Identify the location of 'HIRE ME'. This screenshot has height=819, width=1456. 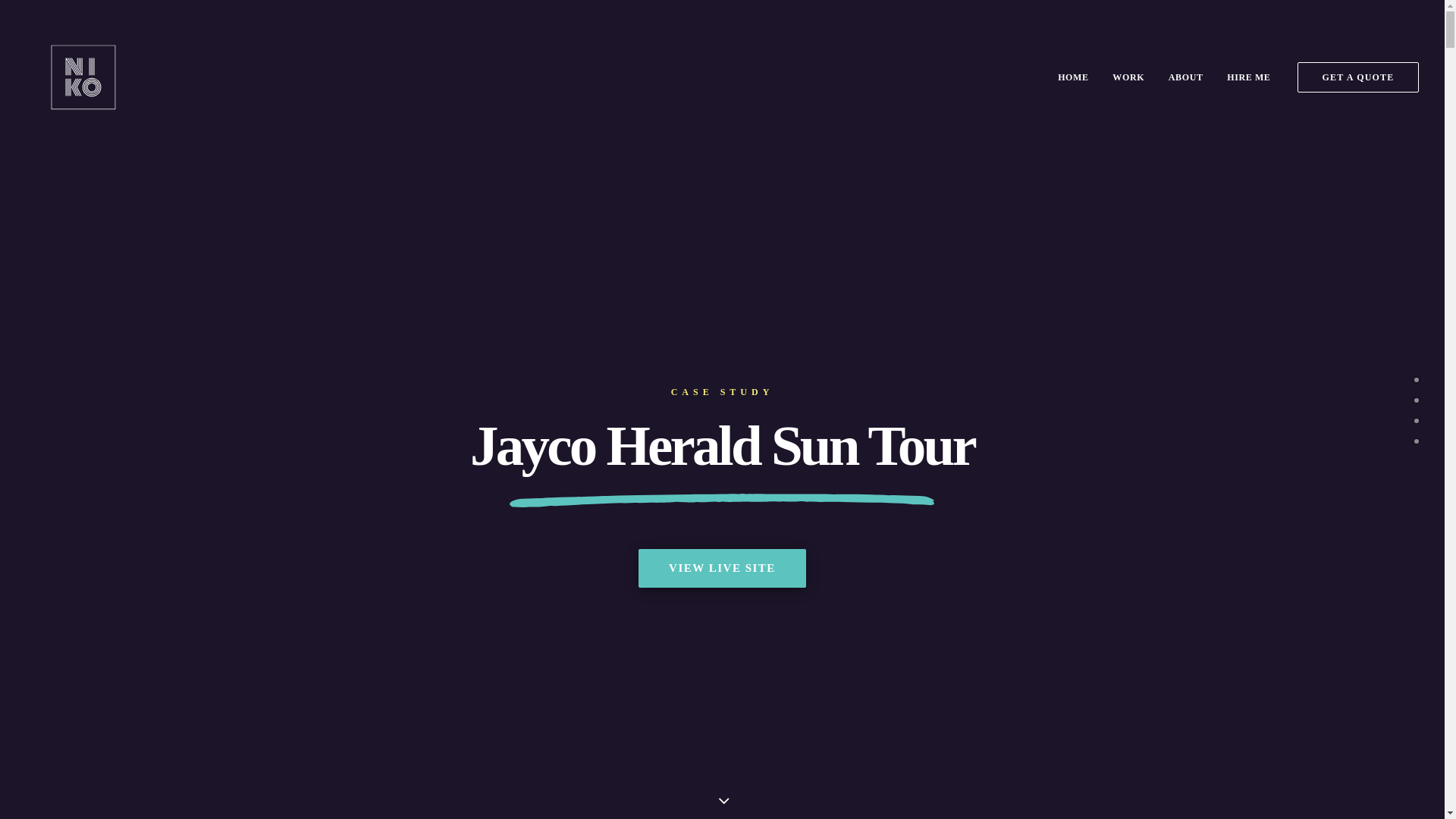
(1243, 77).